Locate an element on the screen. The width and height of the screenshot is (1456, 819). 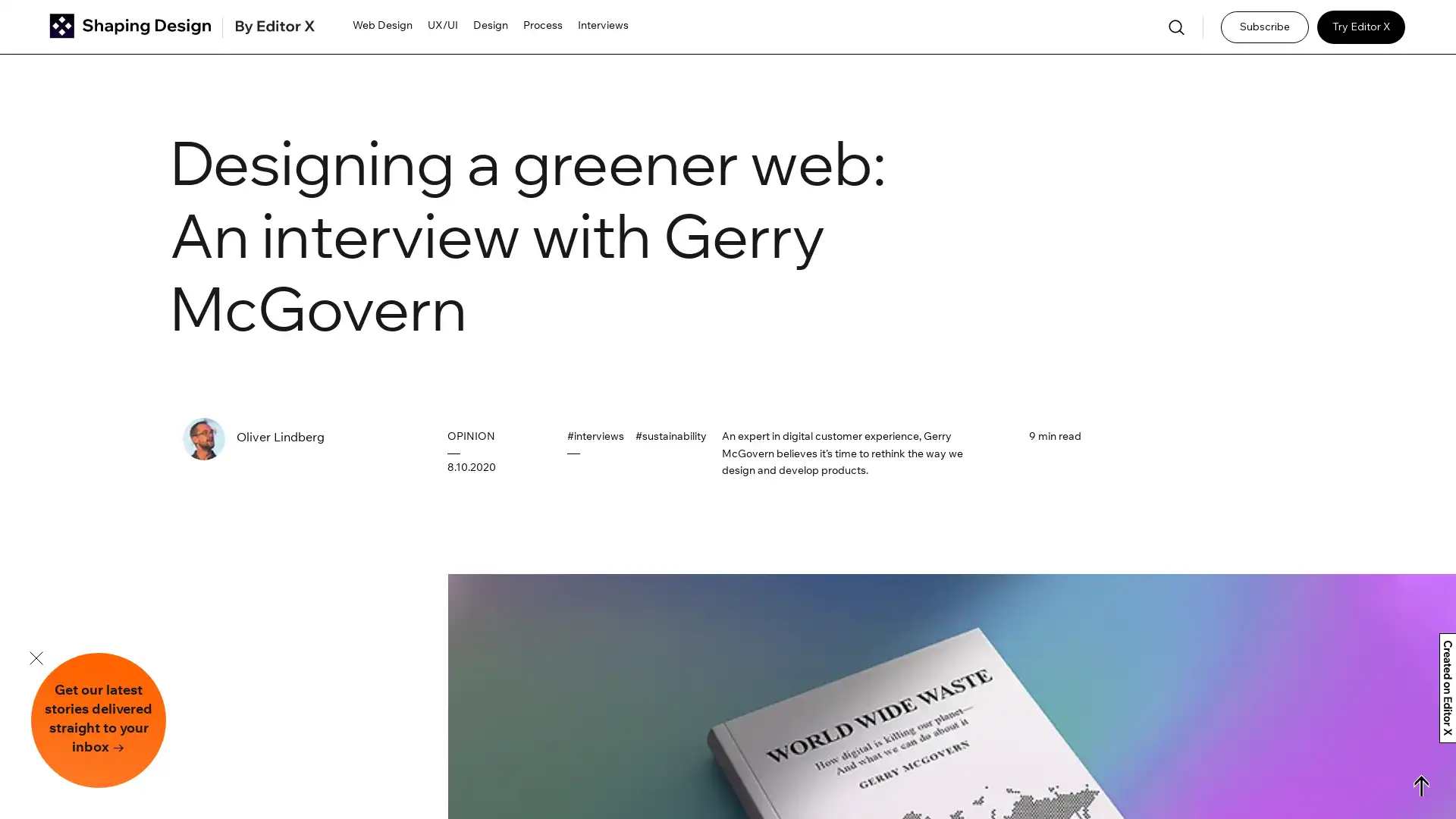
Subscribe is located at coordinates (1264, 27).